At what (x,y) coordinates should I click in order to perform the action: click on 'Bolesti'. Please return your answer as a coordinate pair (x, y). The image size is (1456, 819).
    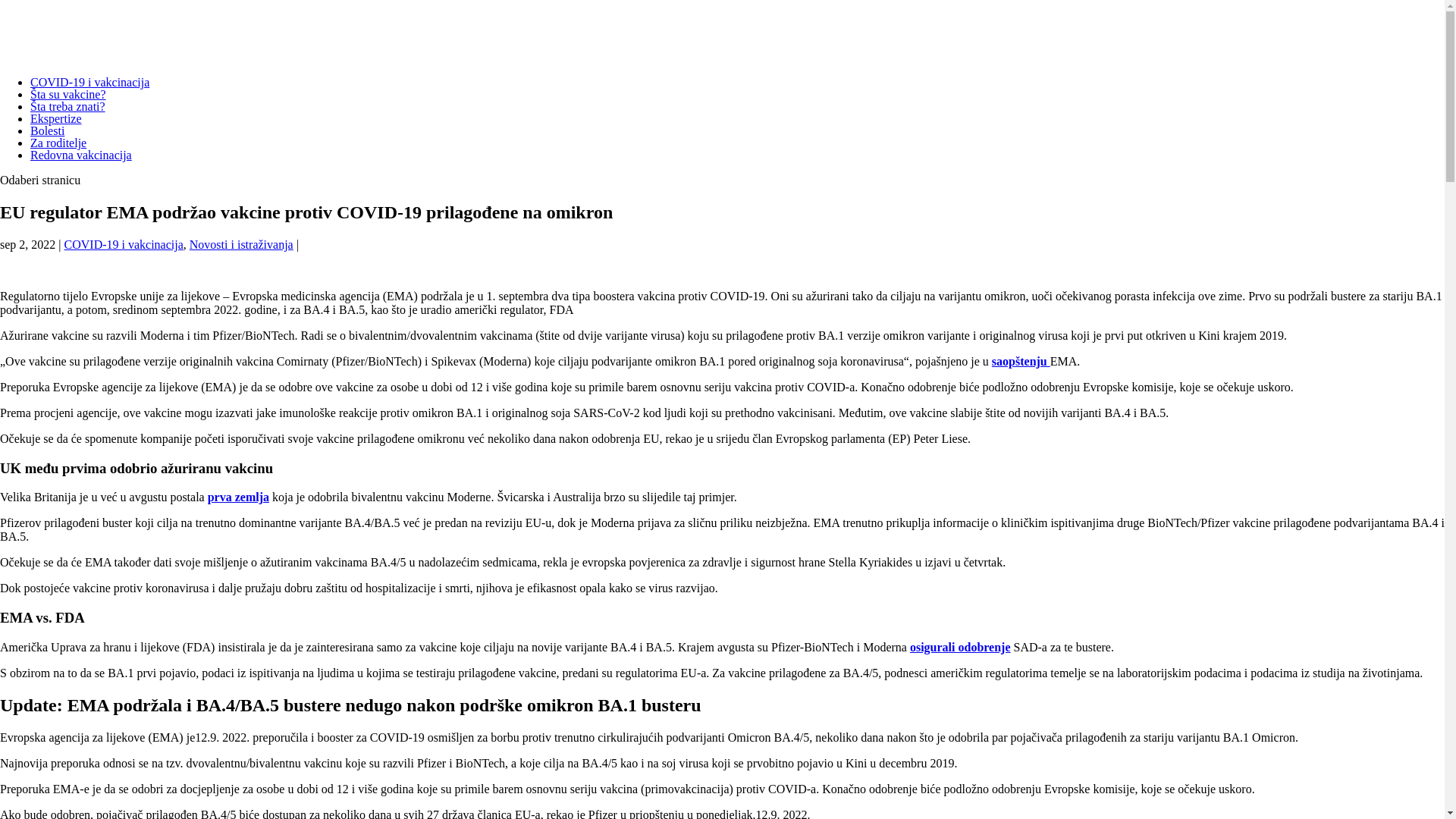
    Looking at the image, I should click on (47, 130).